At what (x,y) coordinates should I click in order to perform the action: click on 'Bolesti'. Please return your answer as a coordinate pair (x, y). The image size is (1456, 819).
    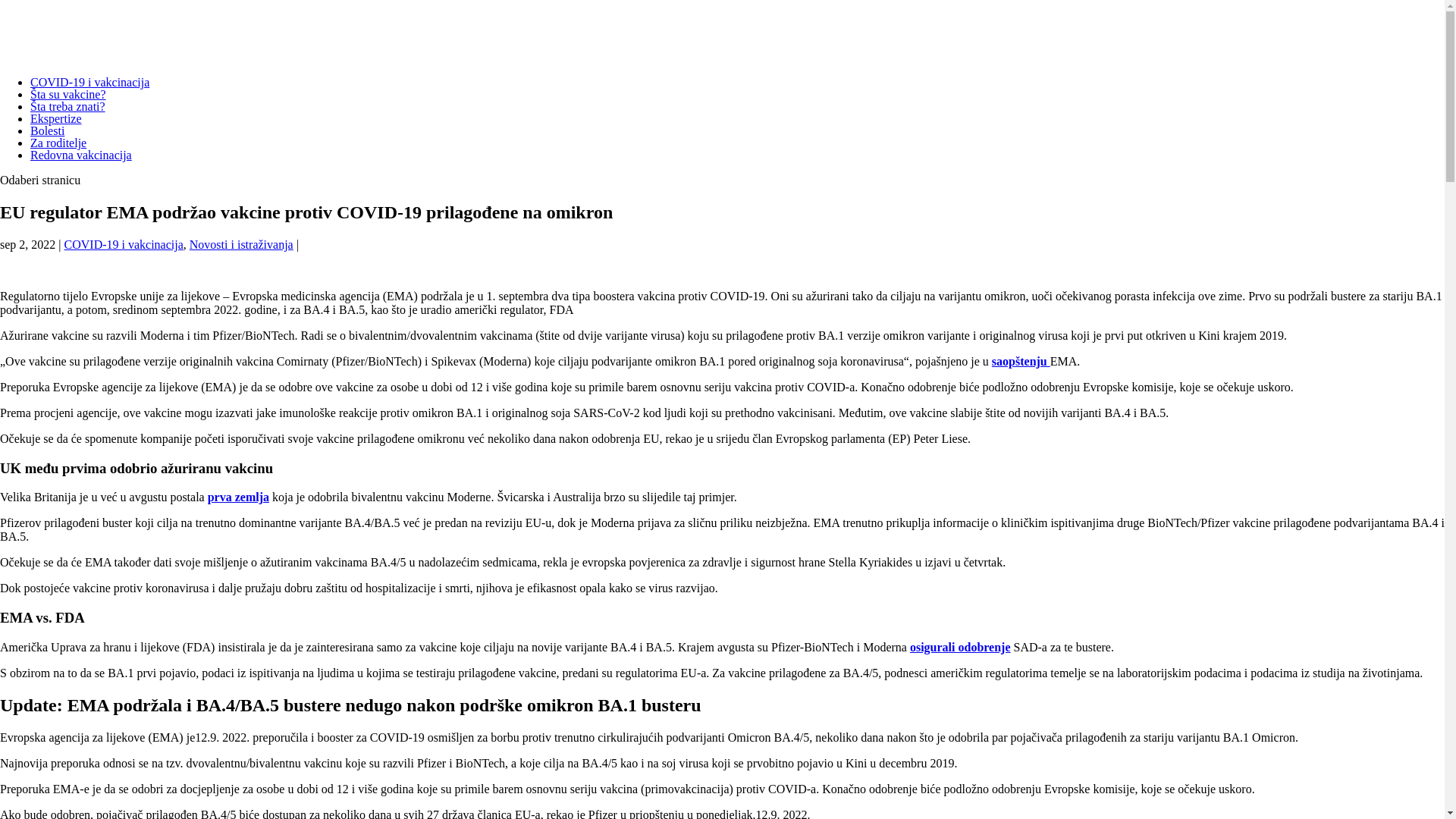
    Looking at the image, I should click on (47, 130).